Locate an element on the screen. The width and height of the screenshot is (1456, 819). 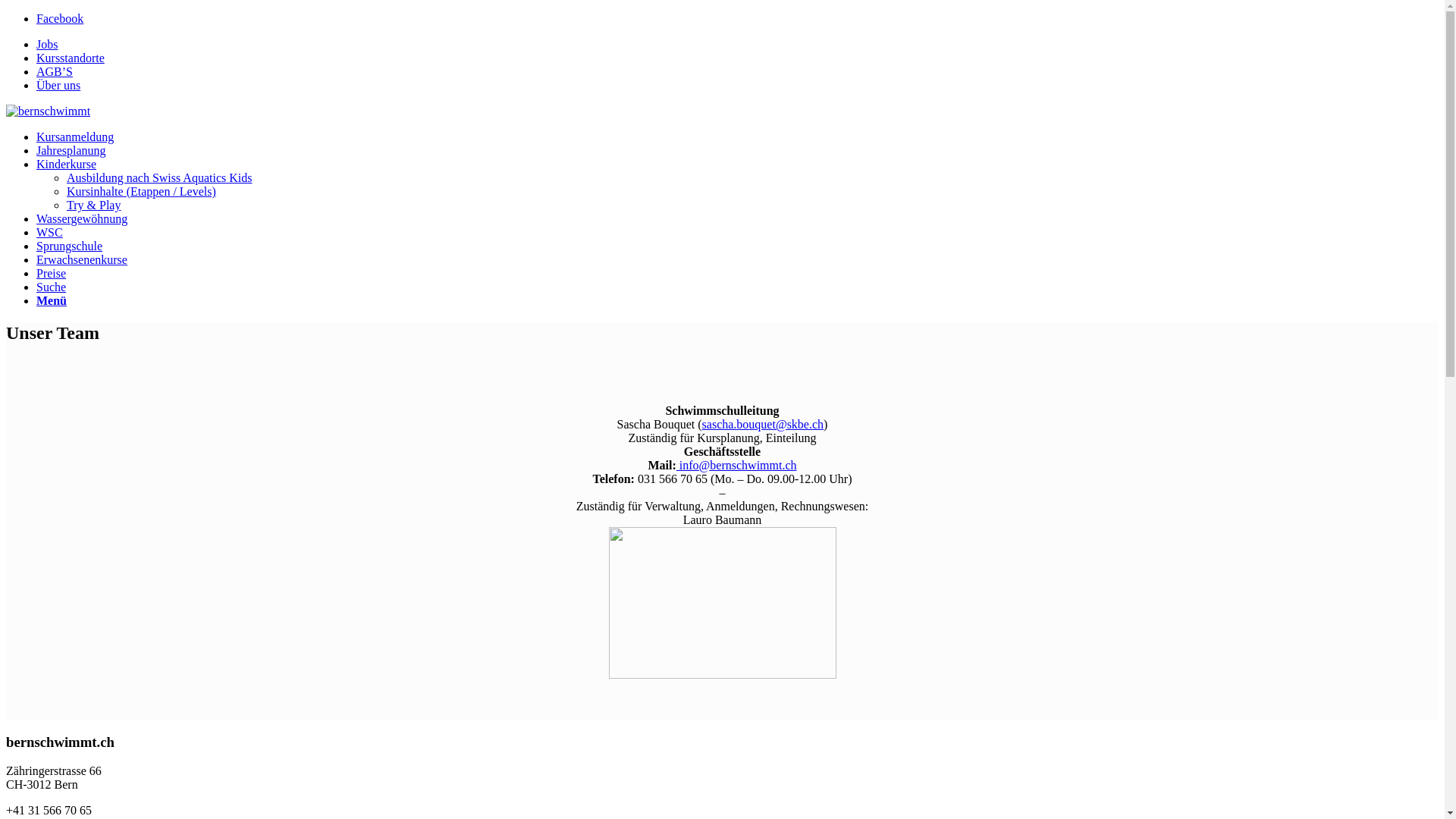
'Erwachsenenkurse' is located at coordinates (80, 259).